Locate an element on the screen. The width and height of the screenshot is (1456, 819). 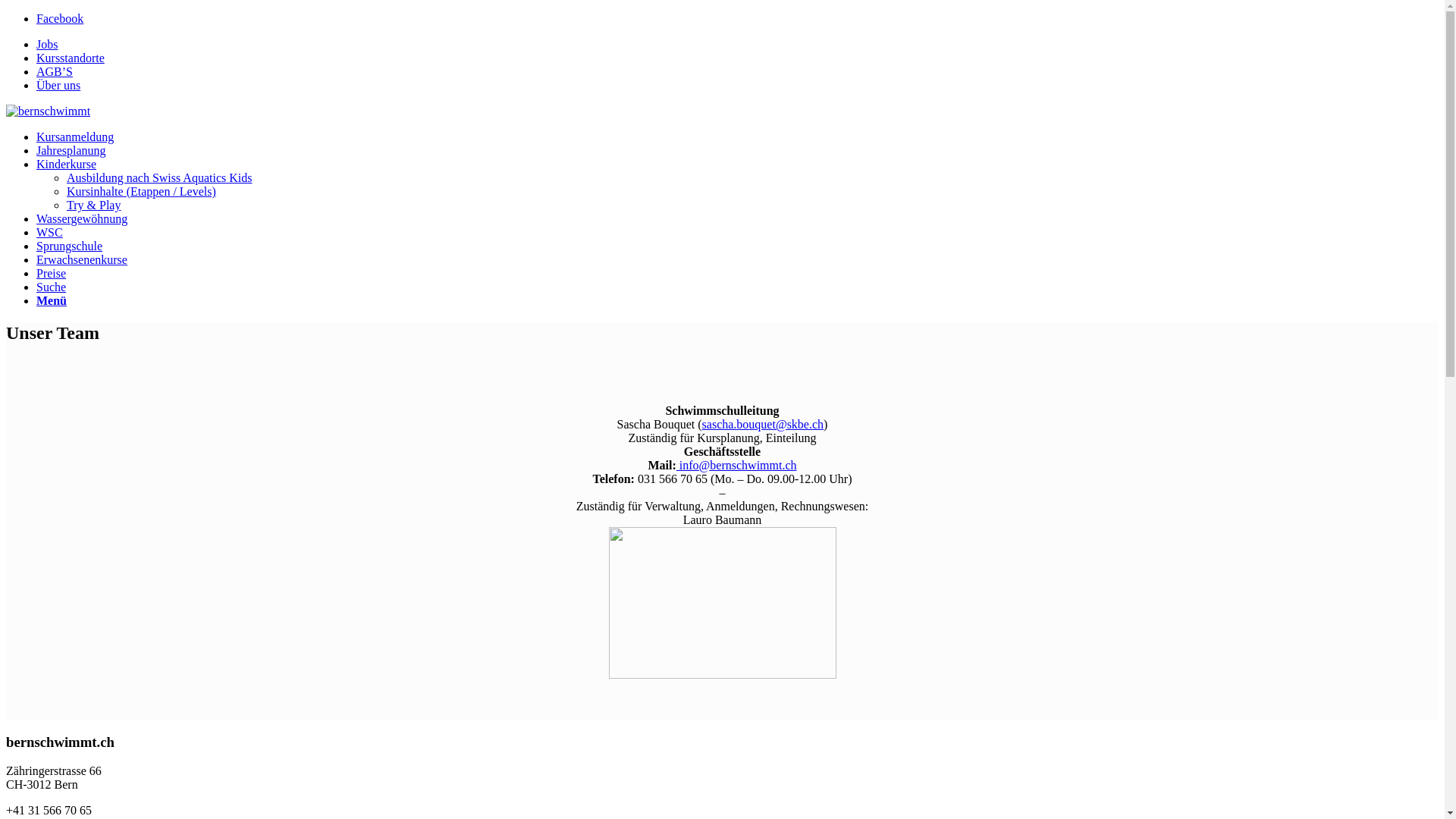
'Erwachsenenkurse' is located at coordinates (80, 259).